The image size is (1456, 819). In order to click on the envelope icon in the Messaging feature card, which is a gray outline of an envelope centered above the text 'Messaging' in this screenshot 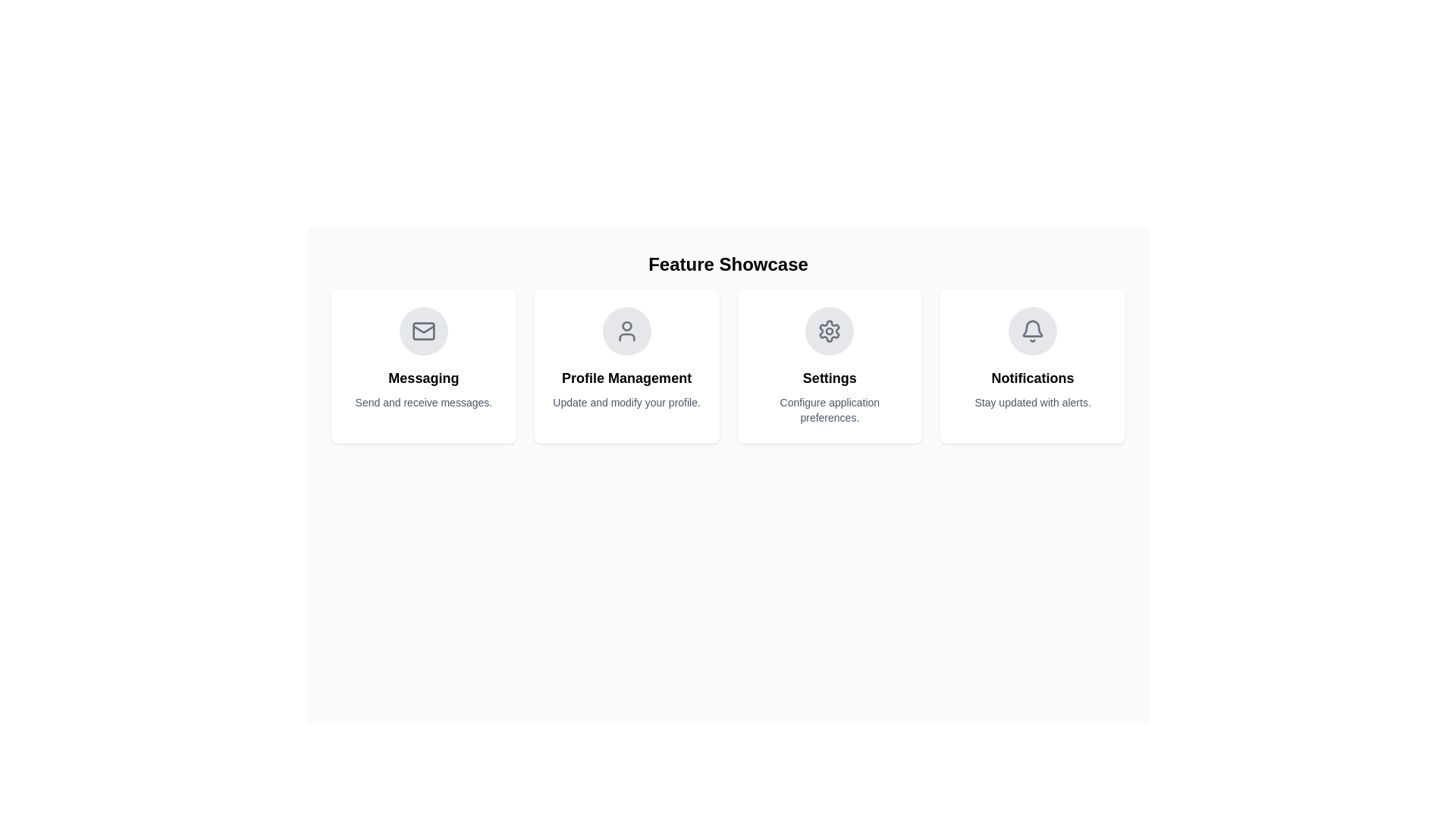, I will do `click(423, 330)`.